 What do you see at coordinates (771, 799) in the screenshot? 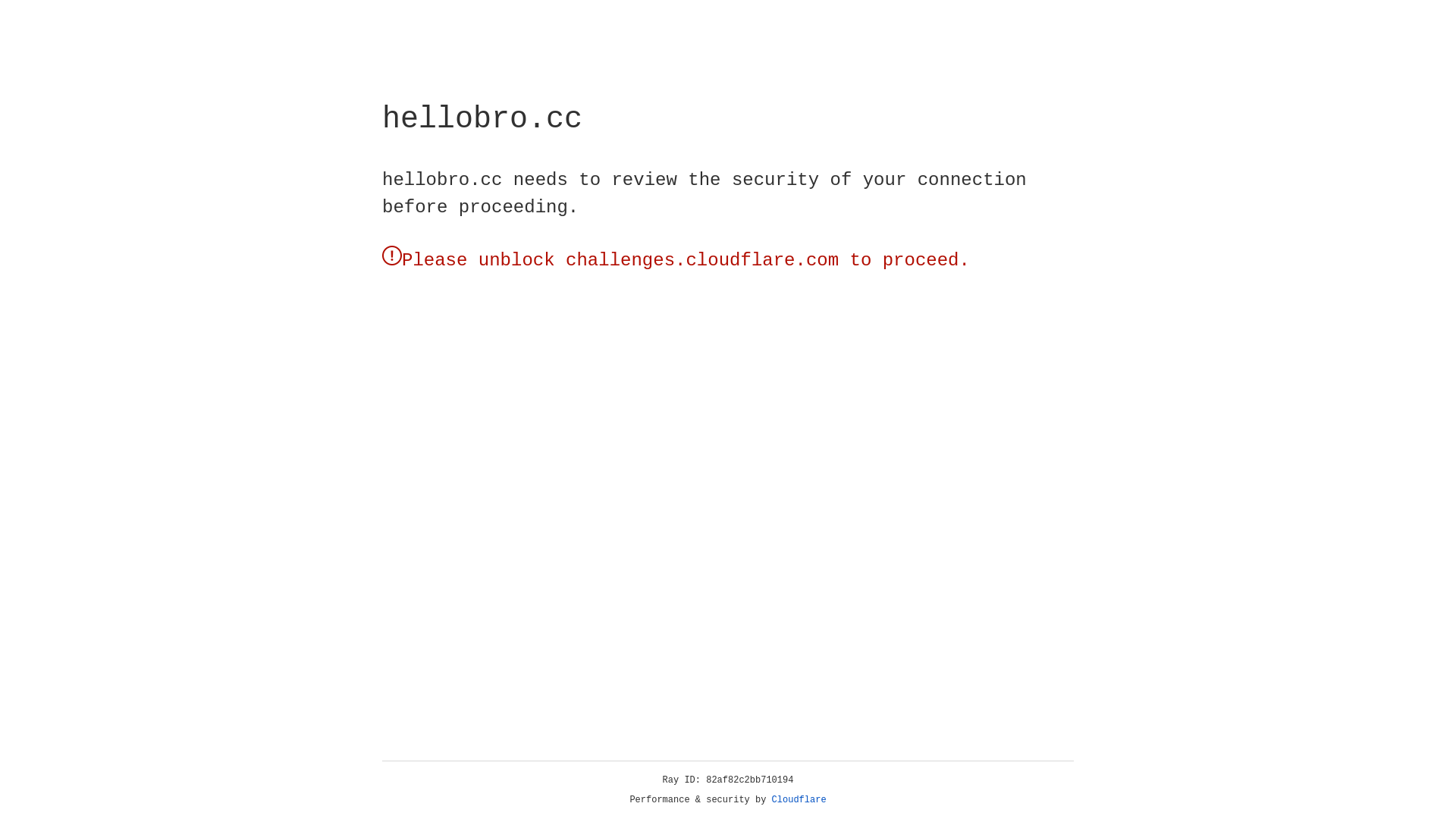
I see `'Cloudflare'` at bounding box center [771, 799].